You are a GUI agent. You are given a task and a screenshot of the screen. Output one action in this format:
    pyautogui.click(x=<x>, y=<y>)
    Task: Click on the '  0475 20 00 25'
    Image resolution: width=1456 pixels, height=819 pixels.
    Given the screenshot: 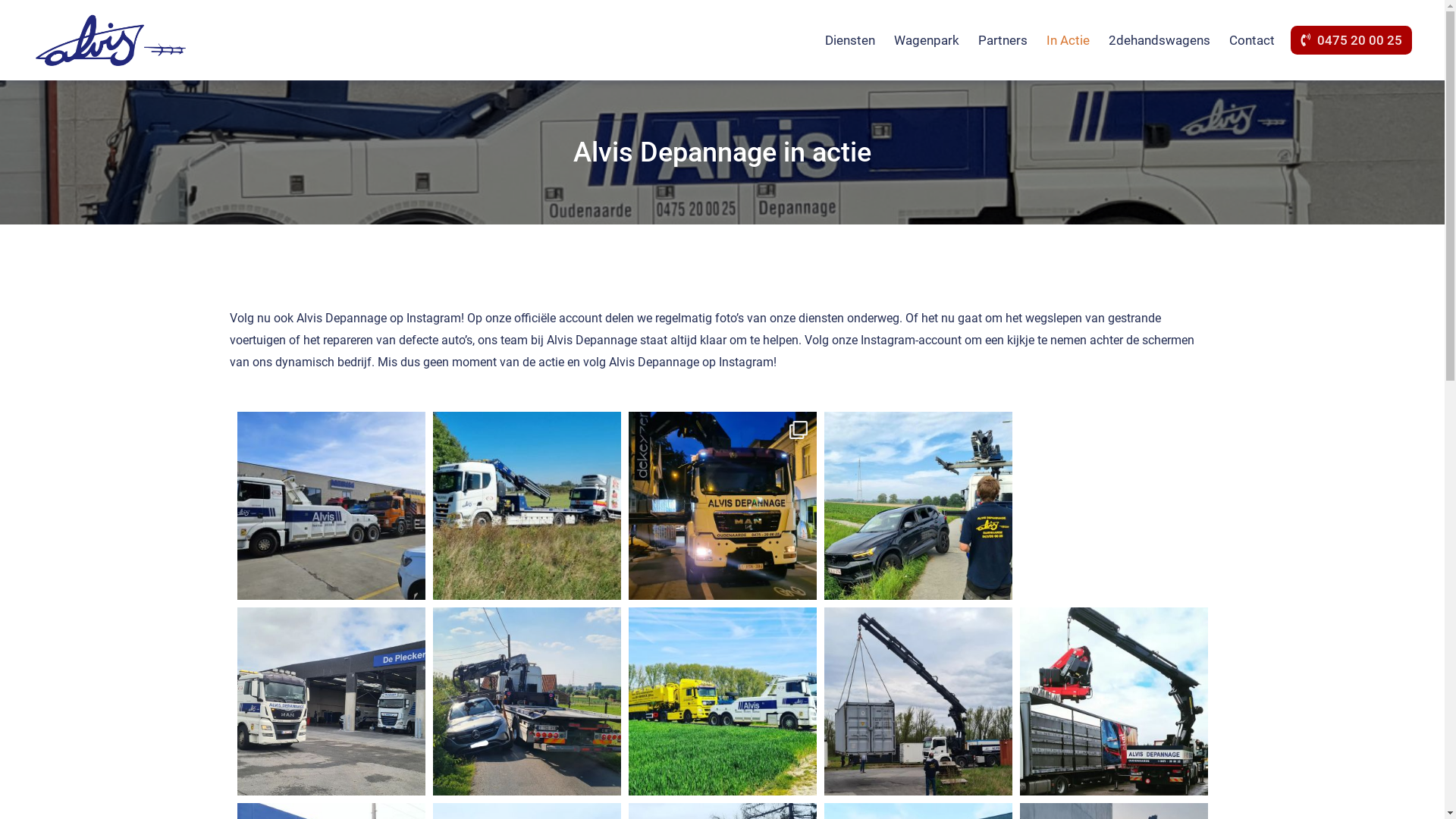 What is the action you would take?
    pyautogui.click(x=1351, y=39)
    